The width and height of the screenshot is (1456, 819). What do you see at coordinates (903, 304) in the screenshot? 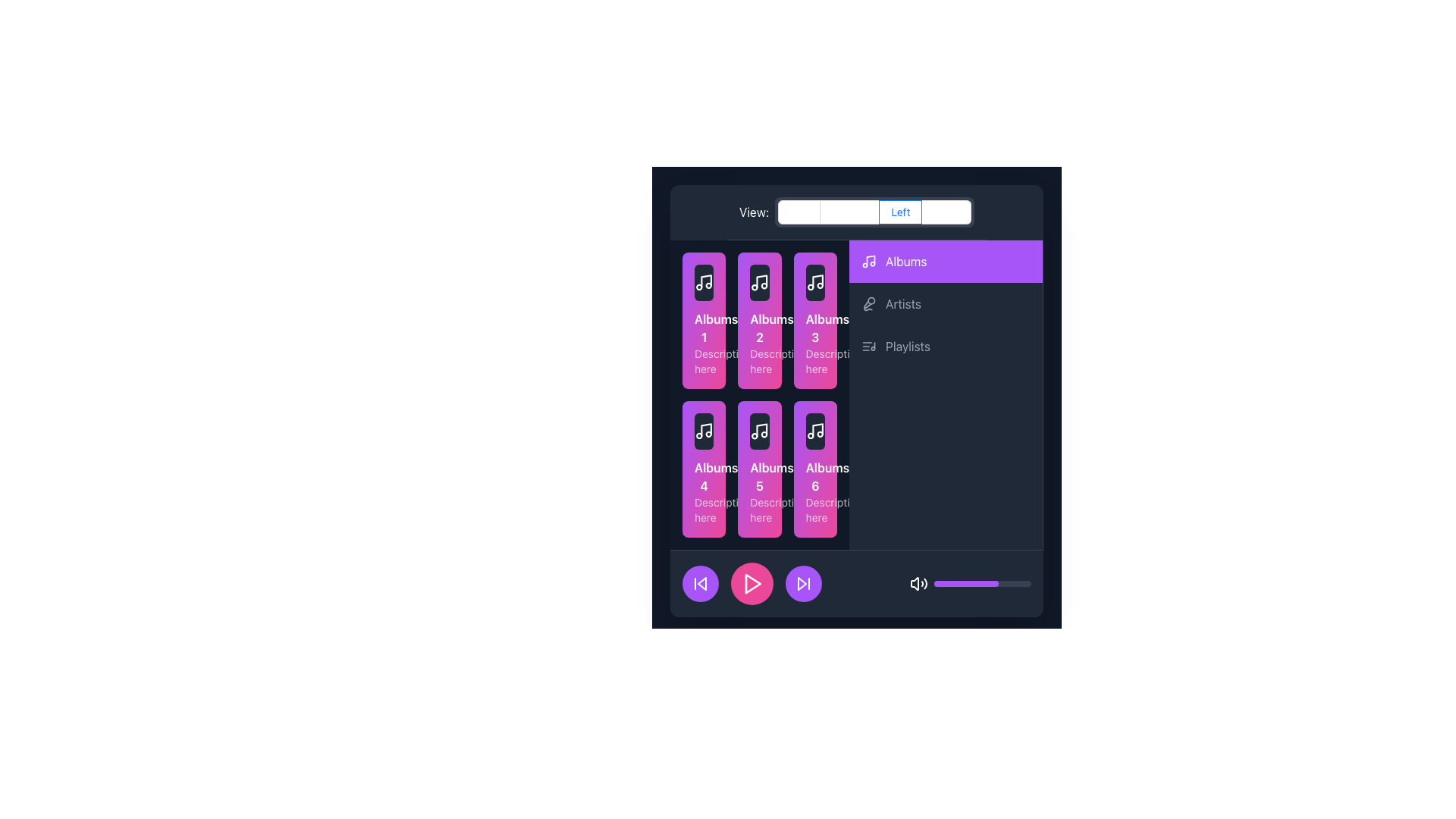
I see `the 'Artists' text label in the vertical menu list` at bounding box center [903, 304].